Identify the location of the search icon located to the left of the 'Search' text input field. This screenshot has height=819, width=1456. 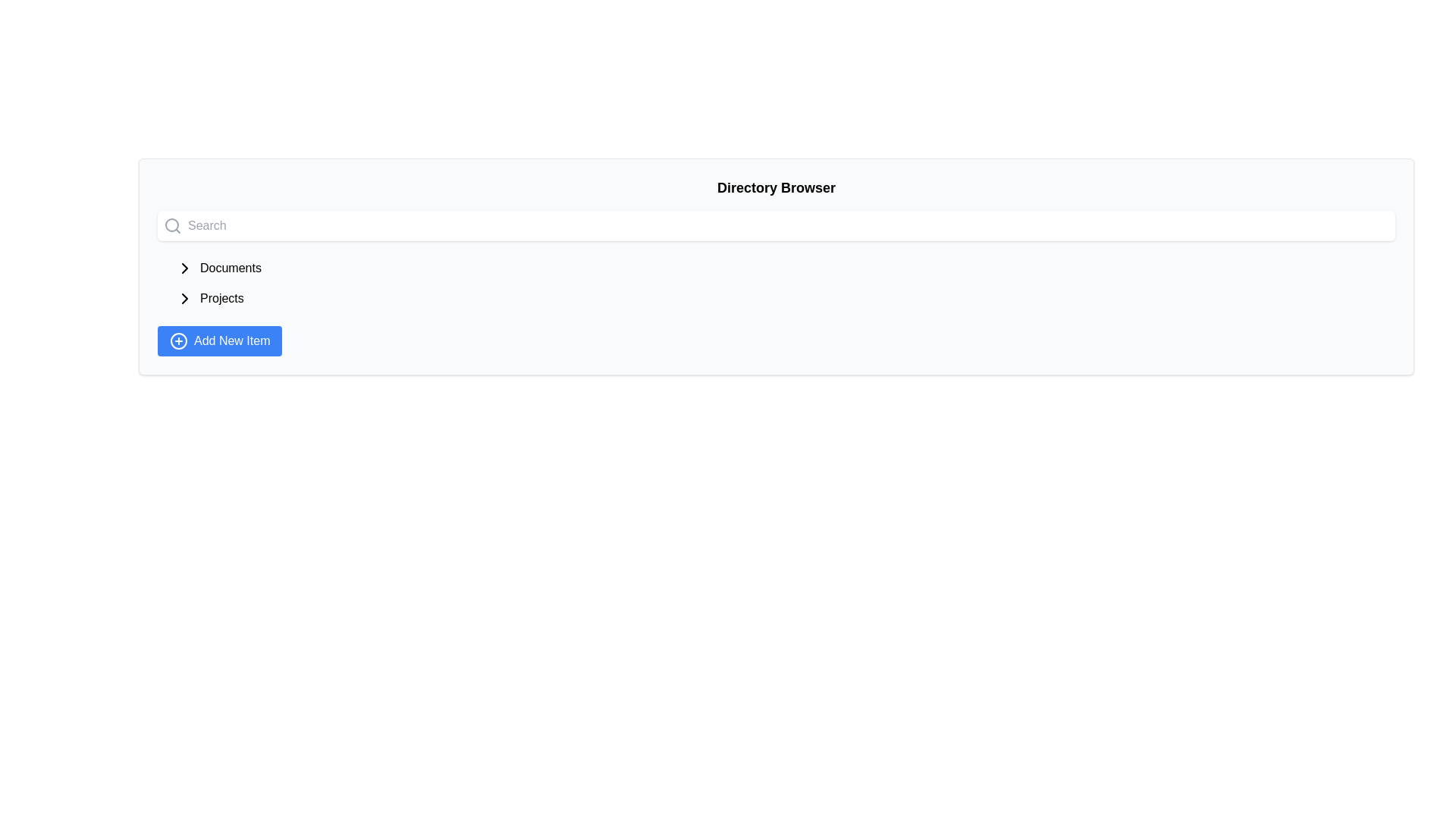
(172, 225).